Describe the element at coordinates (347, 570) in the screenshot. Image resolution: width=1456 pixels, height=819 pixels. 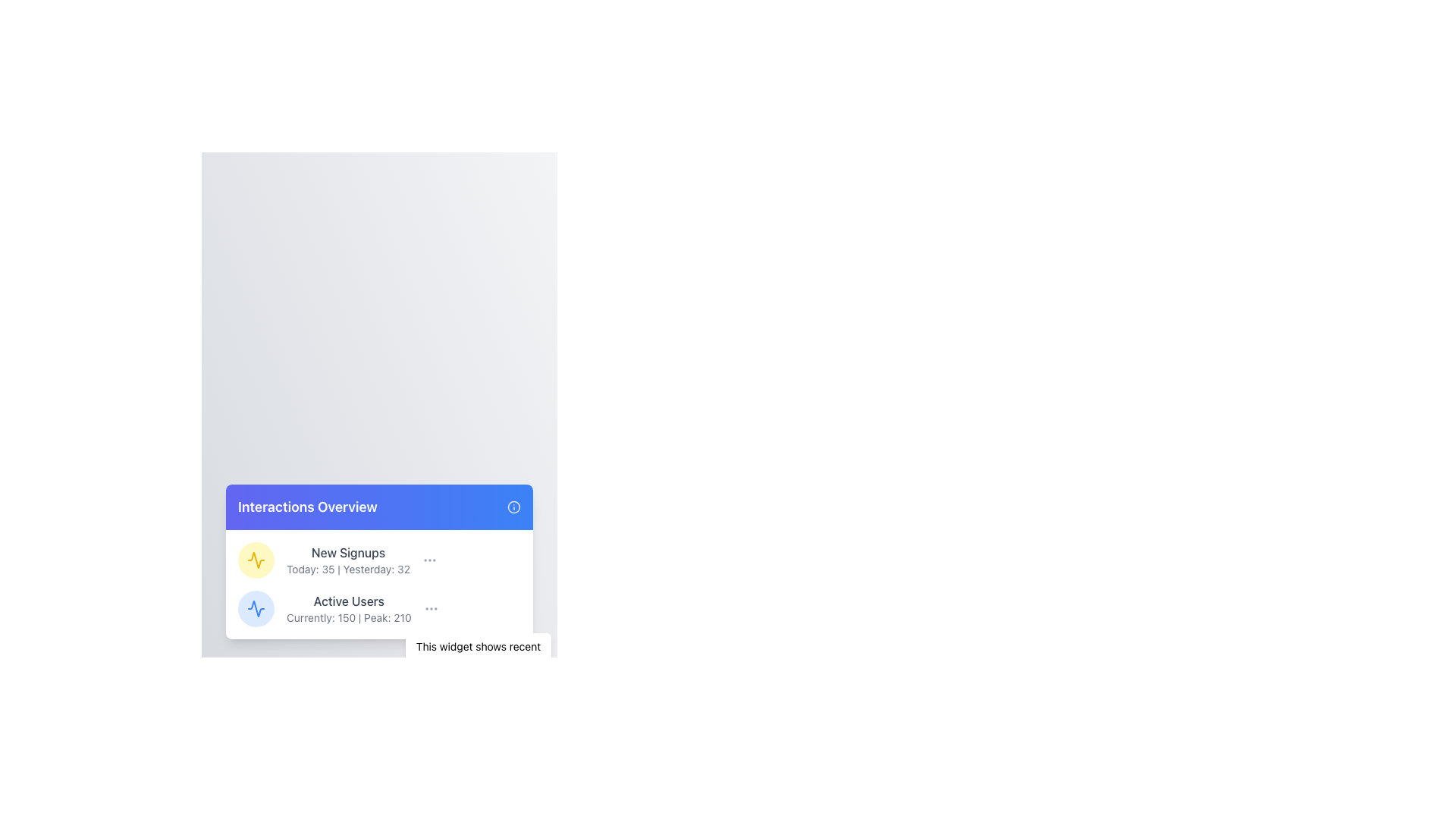
I see `text information displayed in the label showing 'Today: 35 | Yesterday: 32' located beneath the title 'New Signups' in the 'Interactions Overview' widget` at that location.